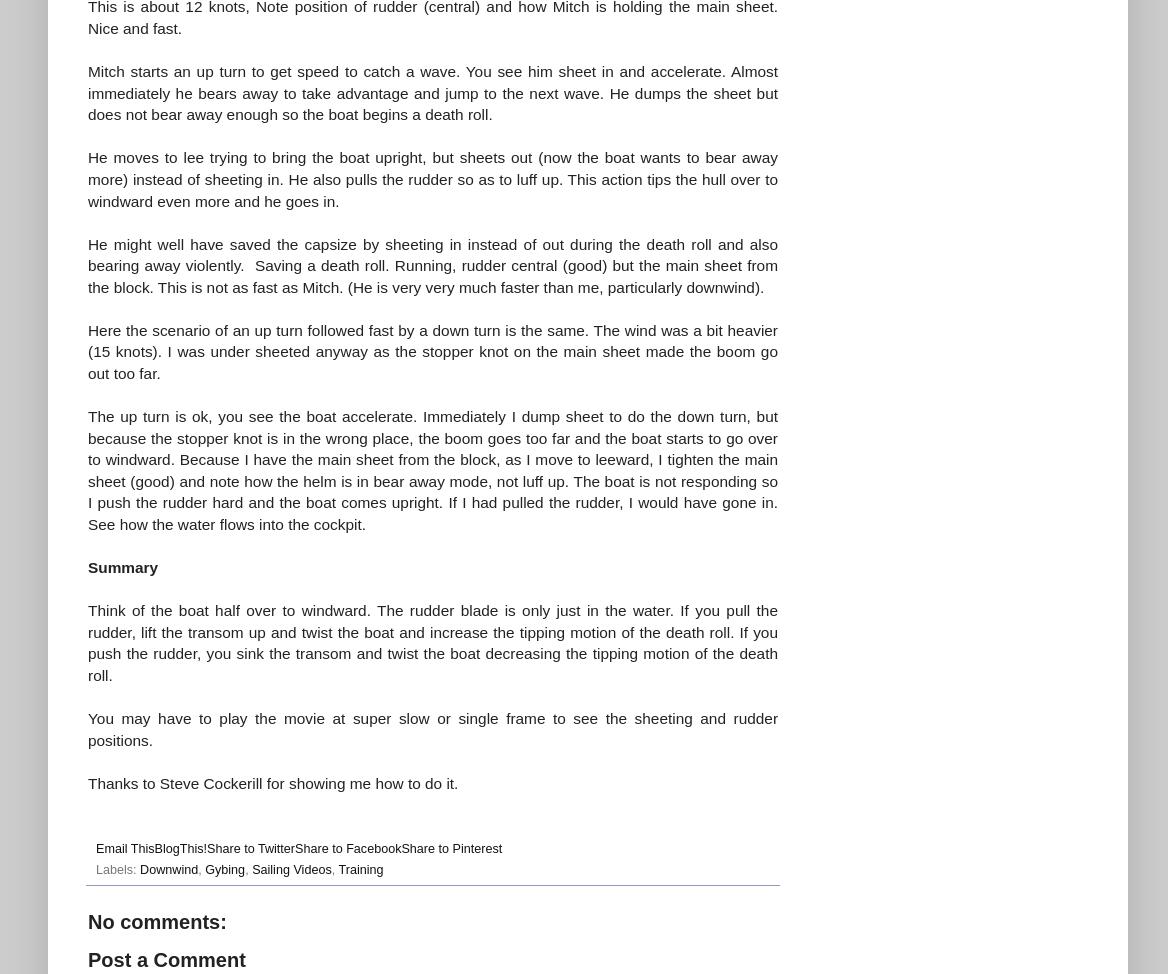  I want to click on 'Here the scenario of an up turn followed fast
by a down turn is the same. The wind', so click(371, 329).